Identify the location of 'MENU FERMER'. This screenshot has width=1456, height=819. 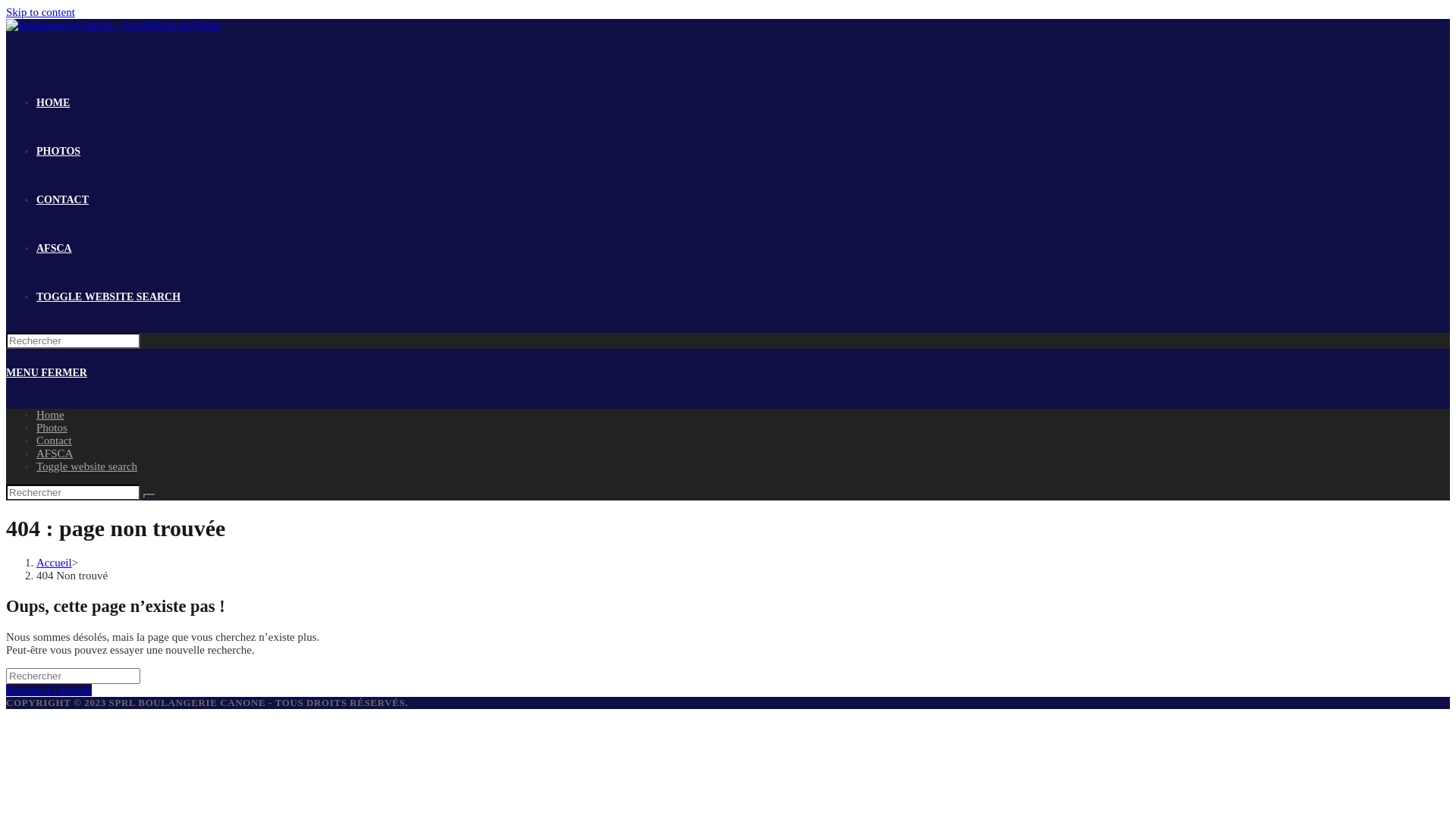
(46, 372).